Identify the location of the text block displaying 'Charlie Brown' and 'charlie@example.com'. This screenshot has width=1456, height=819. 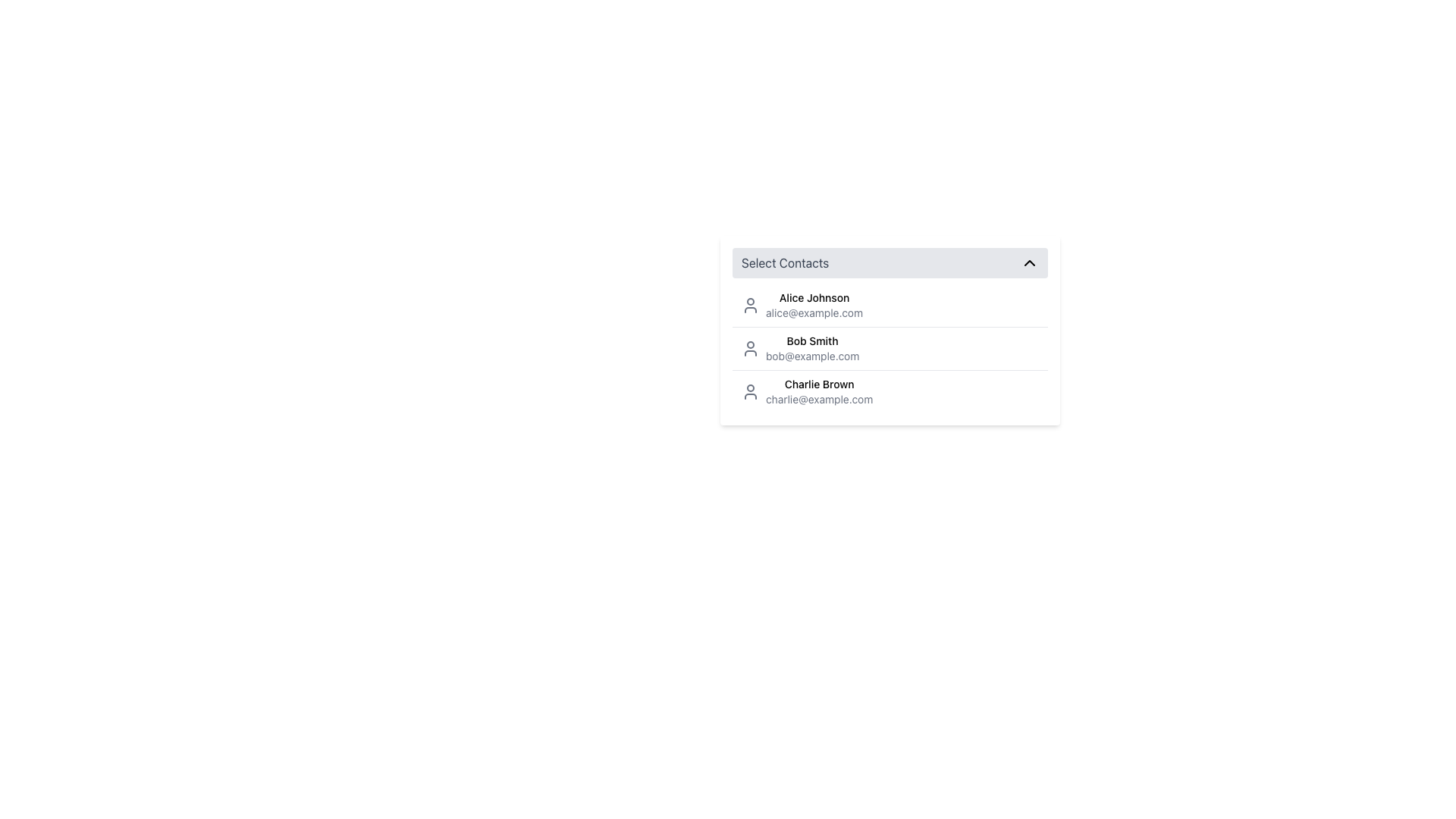
(818, 391).